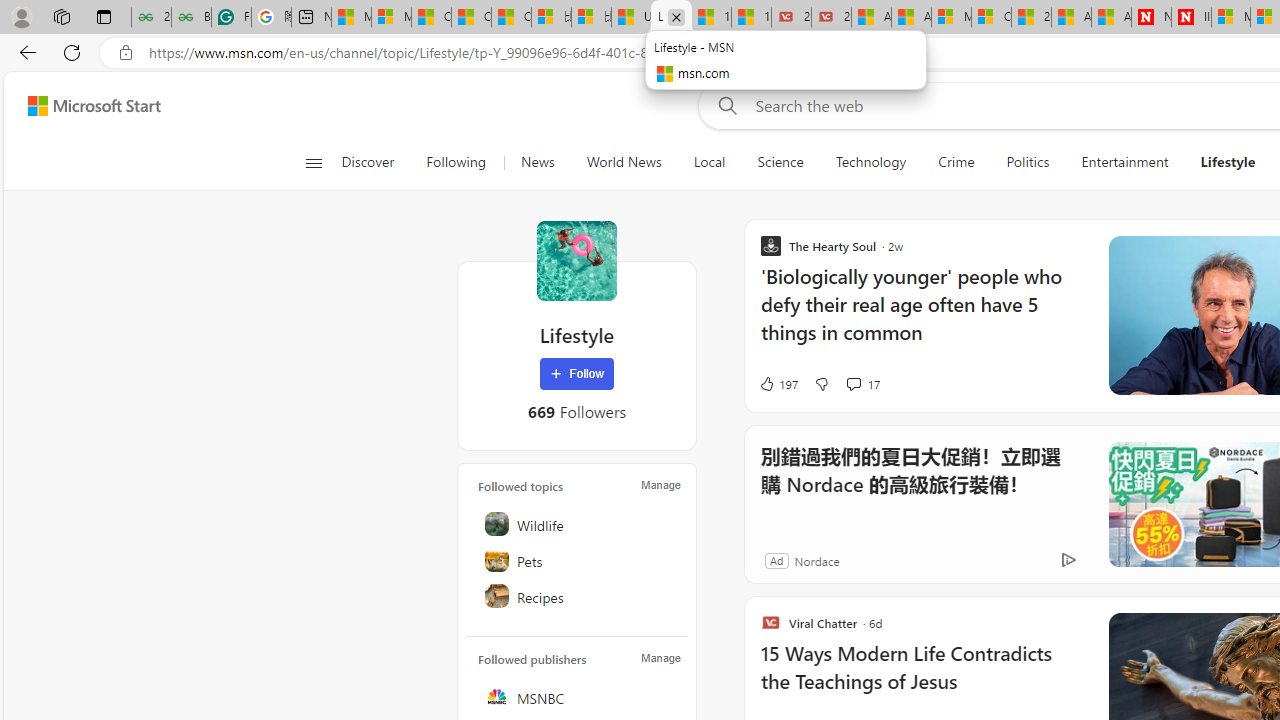 This screenshot has height=720, width=1280. What do you see at coordinates (1191, 17) in the screenshot?
I see `'Illness news & latest pictures from Newsweek.com'` at bounding box center [1191, 17].